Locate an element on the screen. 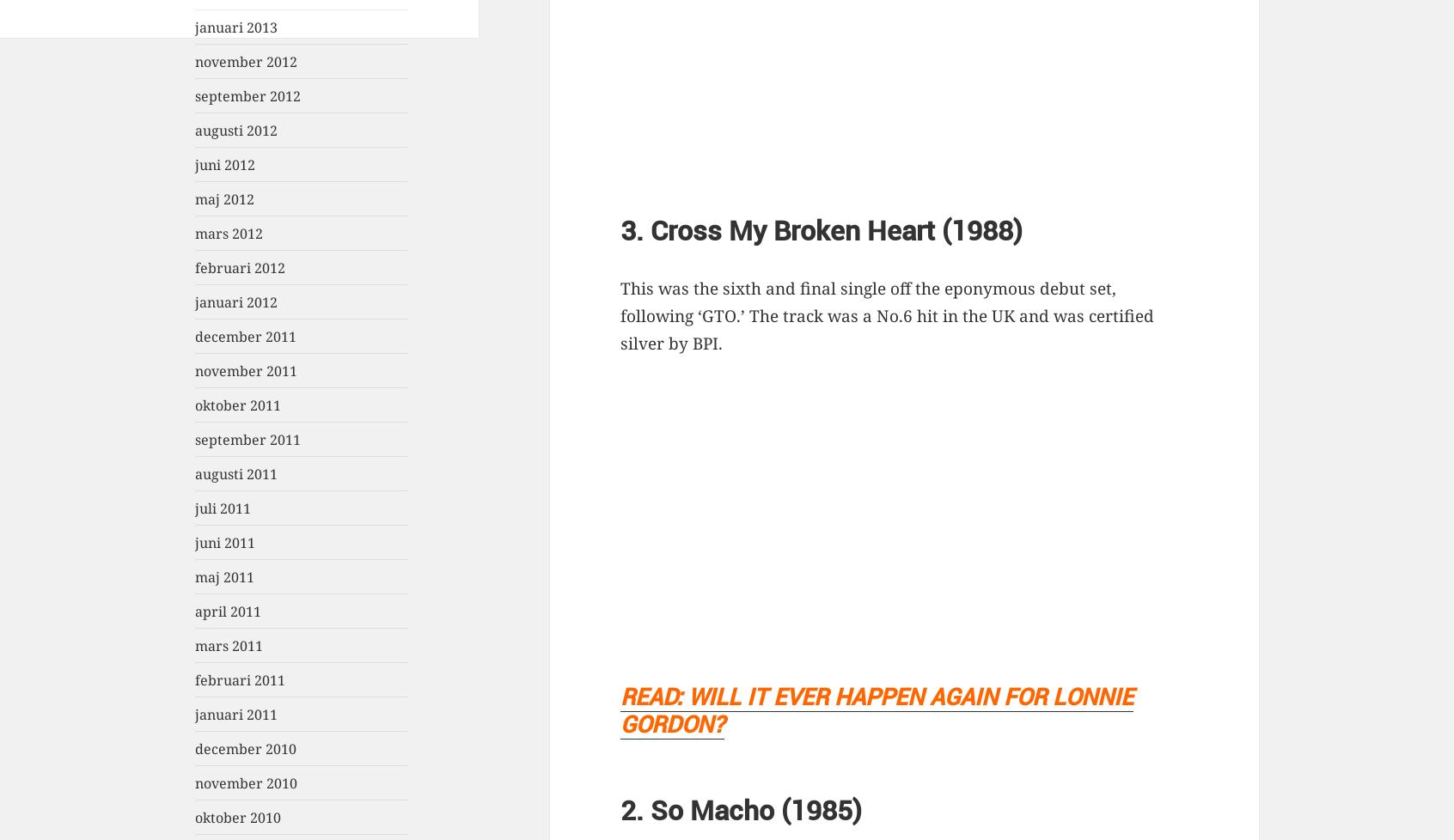  '2. So Macho (1985)' is located at coordinates (740, 808).